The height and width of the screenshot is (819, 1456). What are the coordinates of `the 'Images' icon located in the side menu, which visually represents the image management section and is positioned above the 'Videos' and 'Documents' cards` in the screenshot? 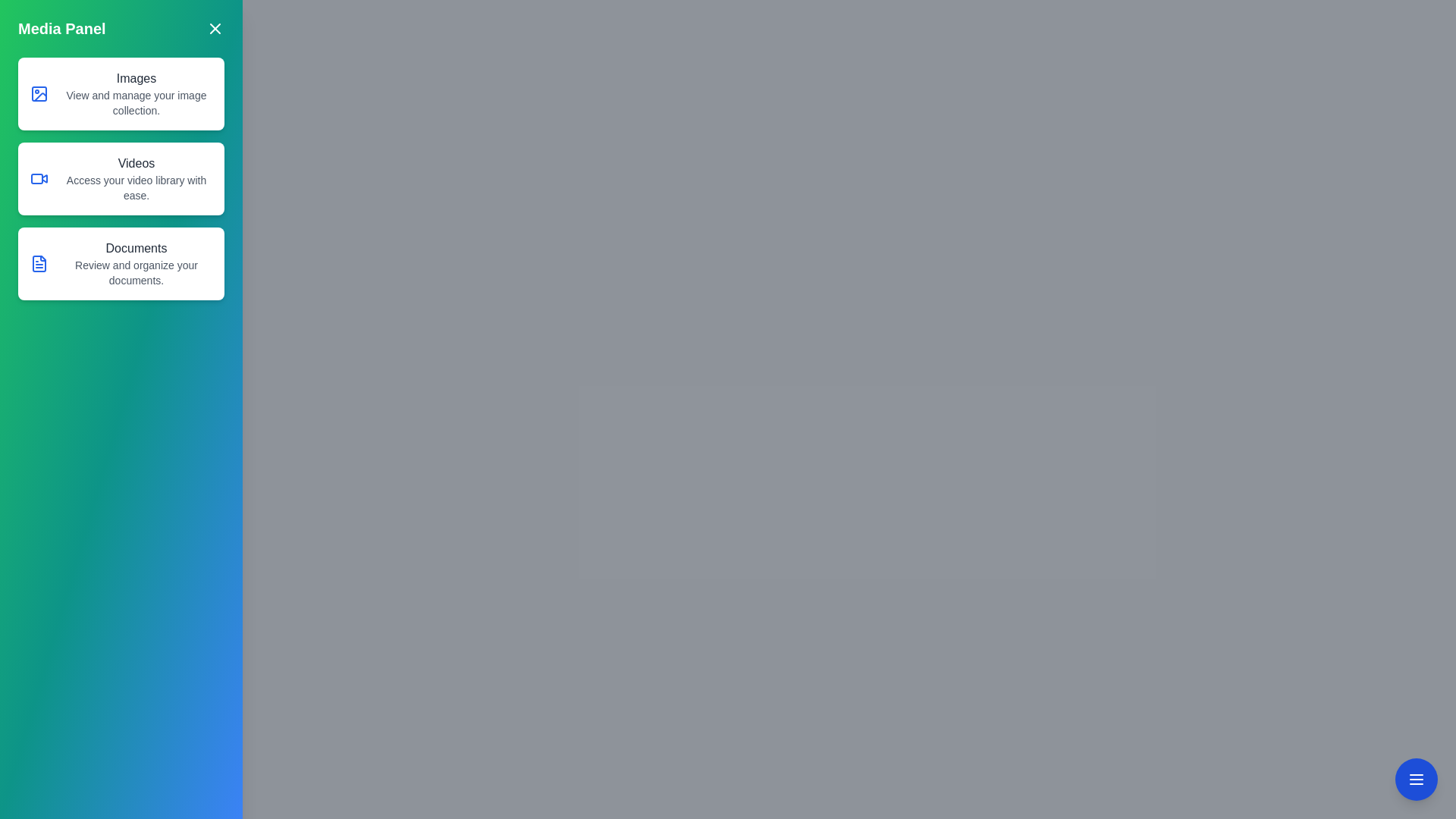 It's located at (39, 93).